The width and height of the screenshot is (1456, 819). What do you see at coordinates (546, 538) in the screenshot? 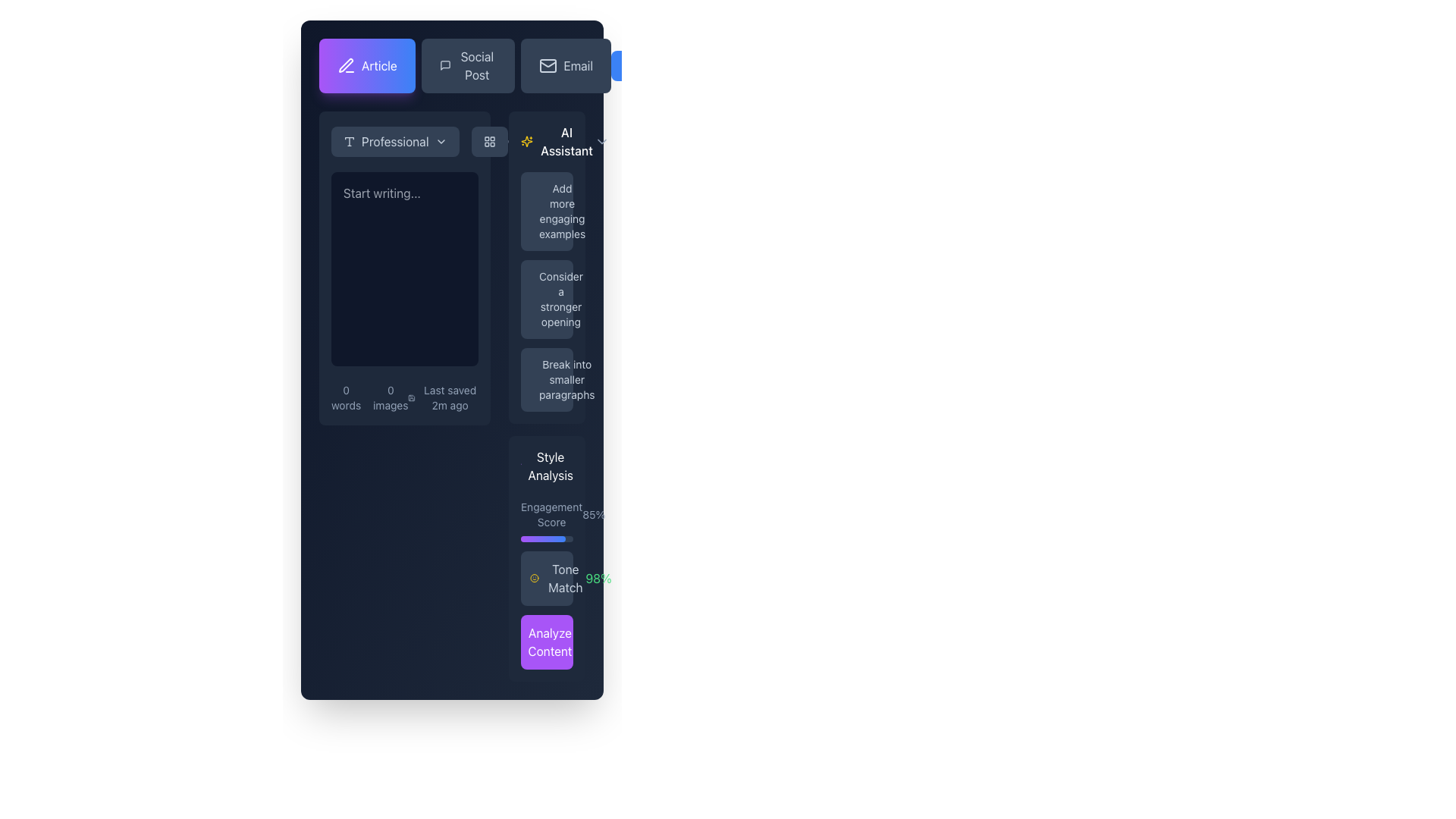
I see `the progress visually on the horizontal progress bar located under the 'Engagement Score' text in the 'Style Analysis' section` at bounding box center [546, 538].